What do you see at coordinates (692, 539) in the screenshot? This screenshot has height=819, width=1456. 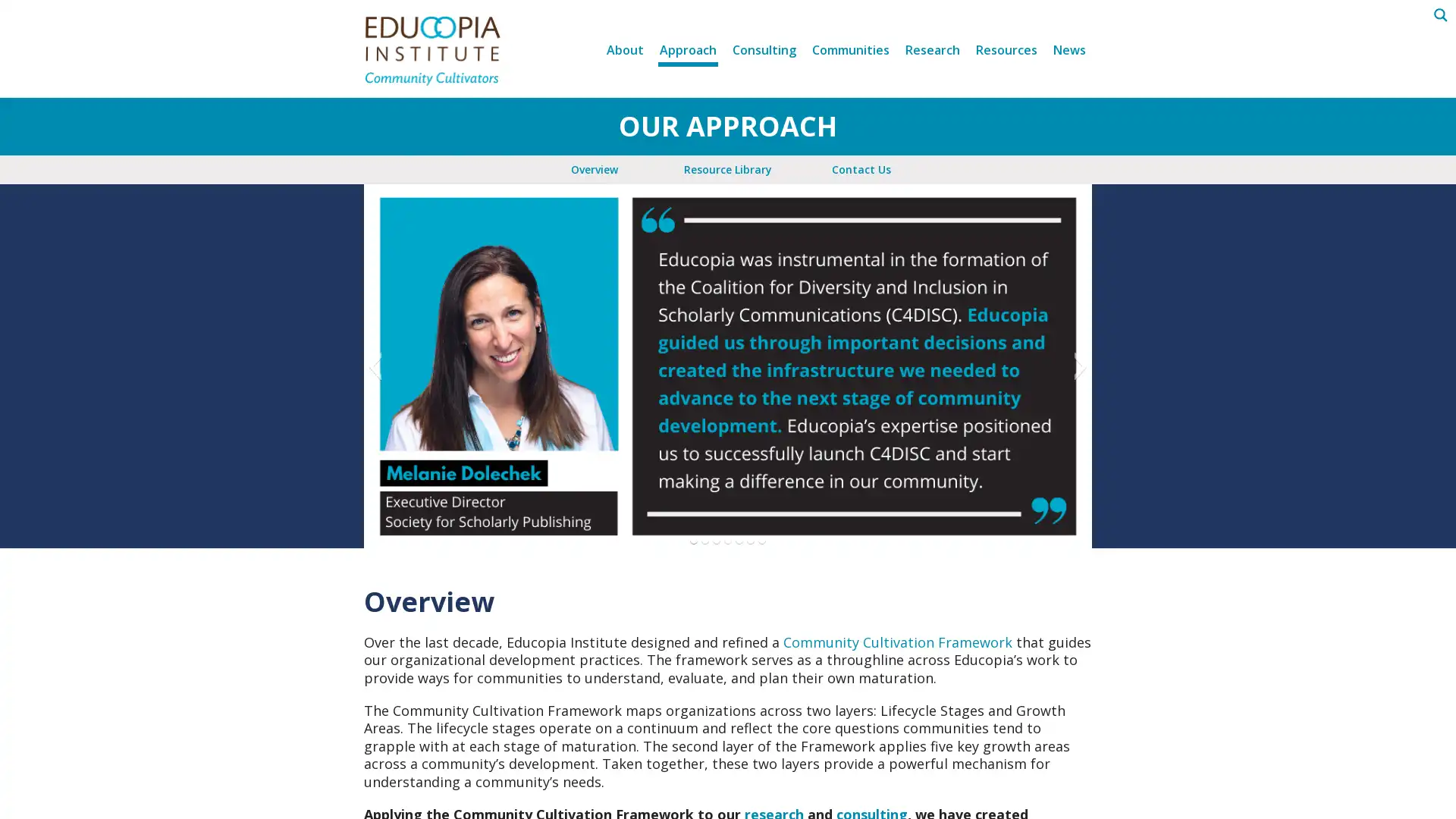 I see `Go to slide 1` at bounding box center [692, 539].